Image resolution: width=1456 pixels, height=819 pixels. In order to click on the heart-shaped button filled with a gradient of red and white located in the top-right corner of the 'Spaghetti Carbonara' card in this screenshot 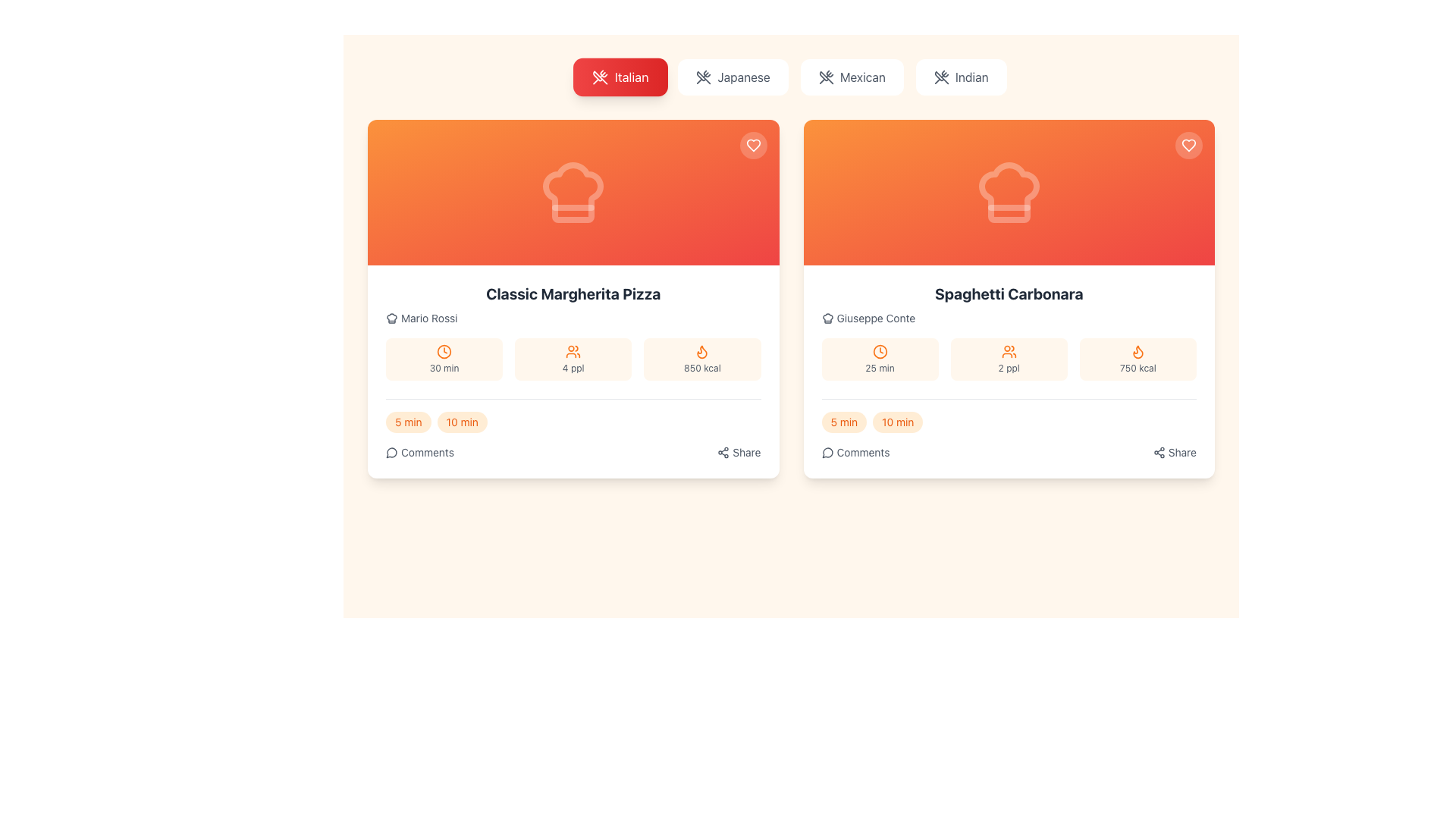, I will do `click(1188, 146)`.